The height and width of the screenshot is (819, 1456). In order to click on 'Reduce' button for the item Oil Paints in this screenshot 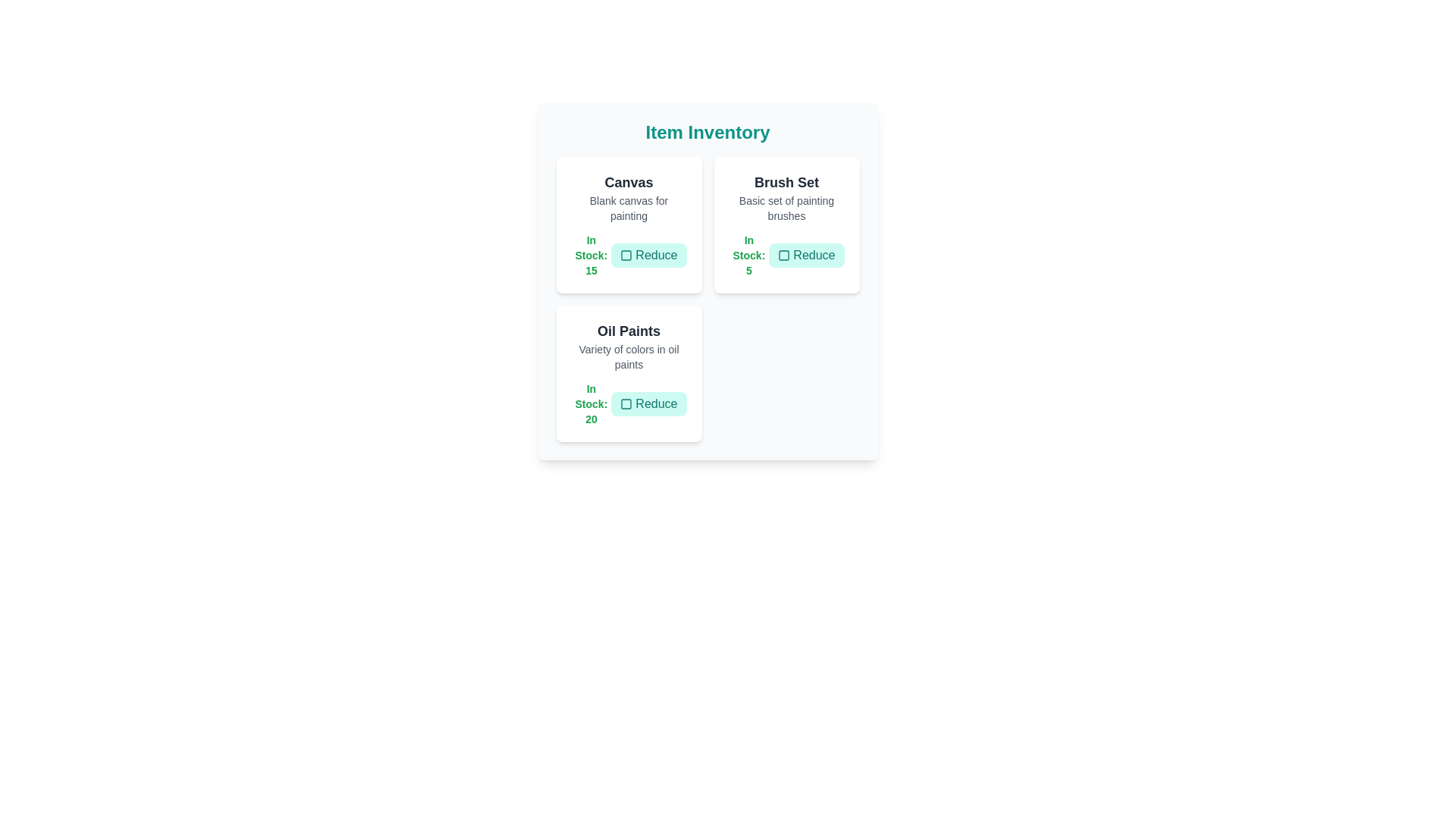, I will do `click(648, 403)`.